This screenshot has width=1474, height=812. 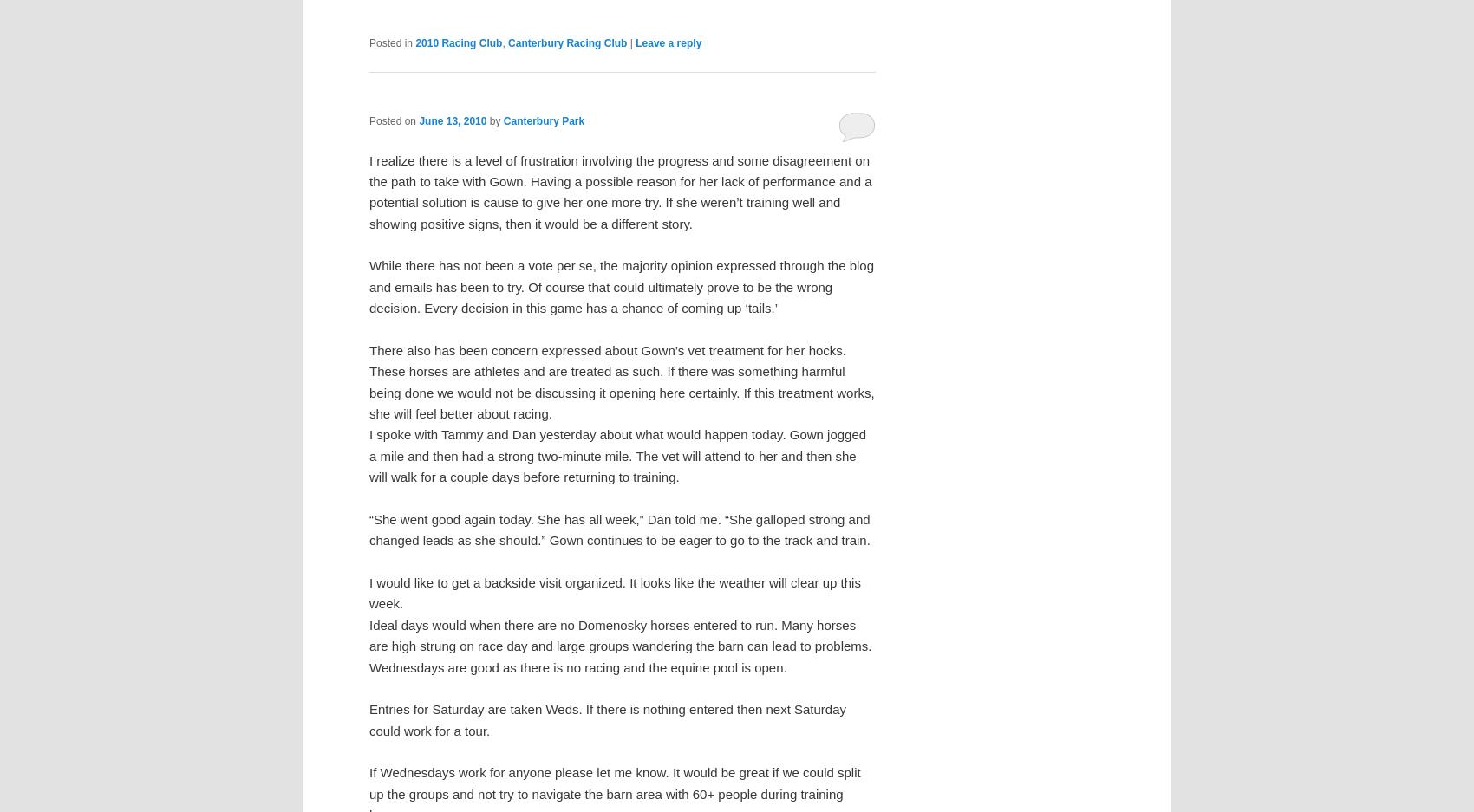 What do you see at coordinates (453, 120) in the screenshot?
I see `'June 13, 2010'` at bounding box center [453, 120].